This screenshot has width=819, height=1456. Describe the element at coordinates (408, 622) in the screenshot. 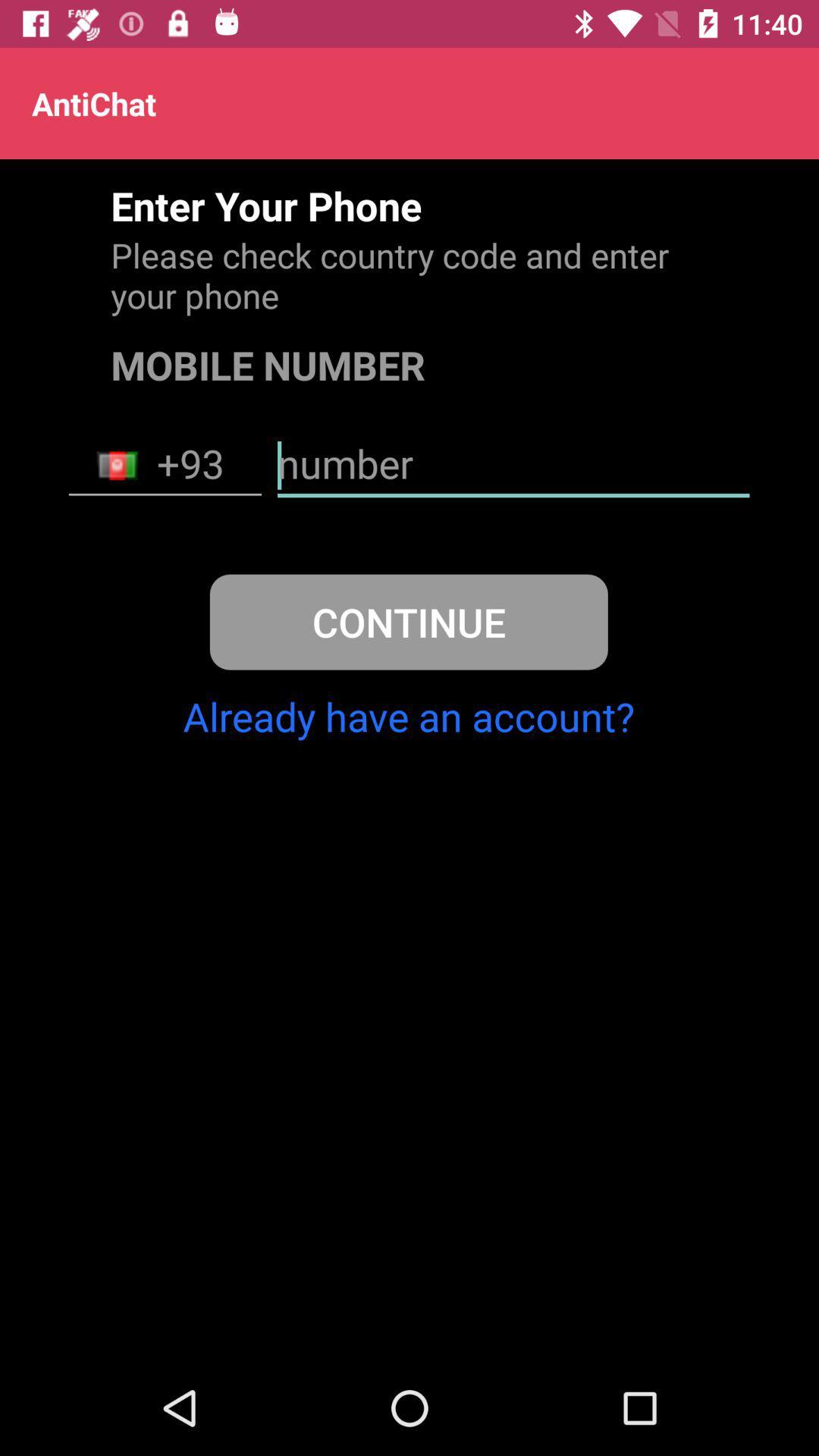

I see `continue icon` at that location.